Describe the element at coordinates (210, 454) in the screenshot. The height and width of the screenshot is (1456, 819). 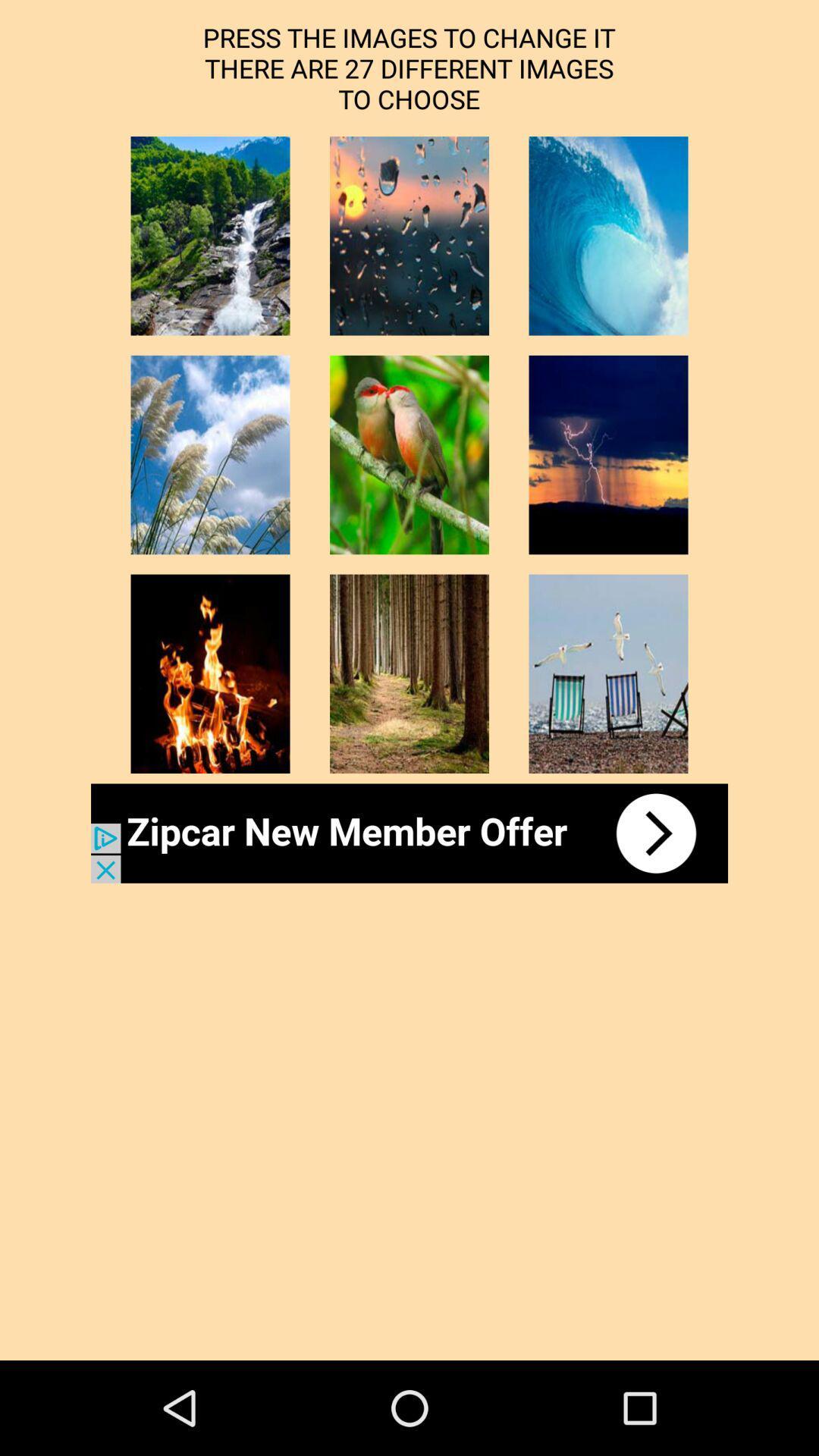
I see `image` at that location.